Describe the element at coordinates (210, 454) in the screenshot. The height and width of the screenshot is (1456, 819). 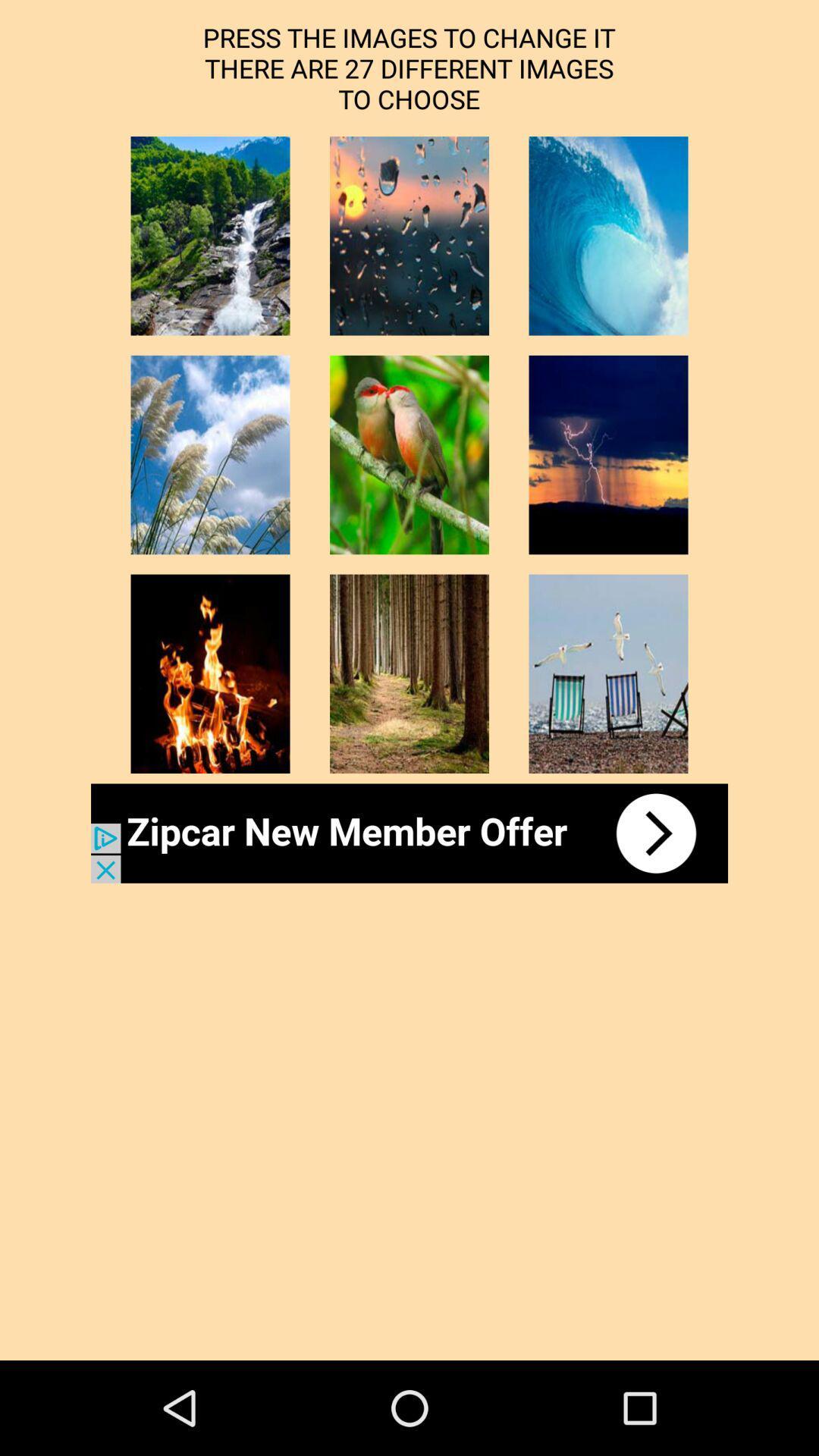
I see `image` at that location.